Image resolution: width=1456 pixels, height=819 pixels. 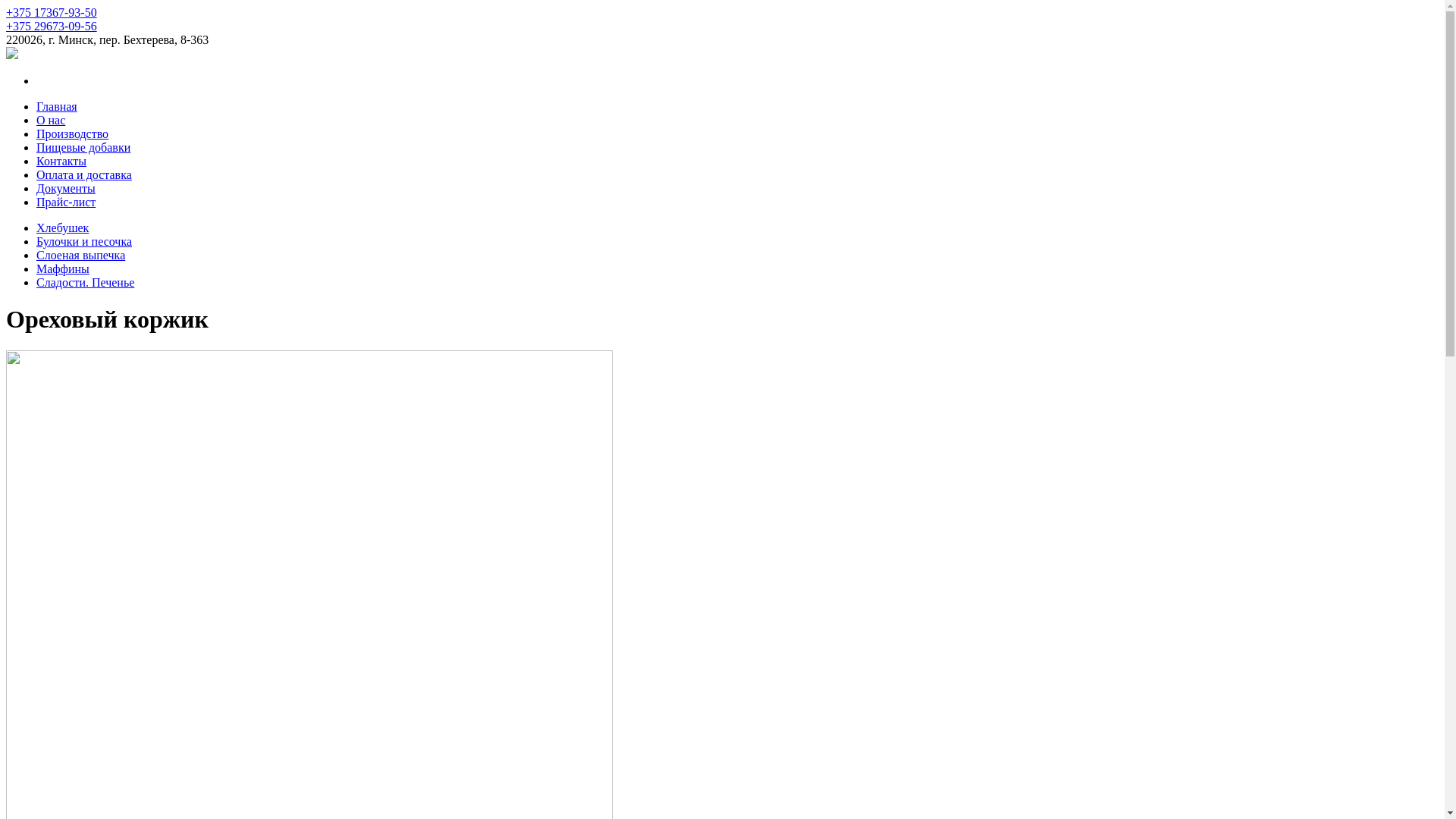 What do you see at coordinates (6, 26) in the screenshot?
I see `'+375 29673-09-56'` at bounding box center [6, 26].